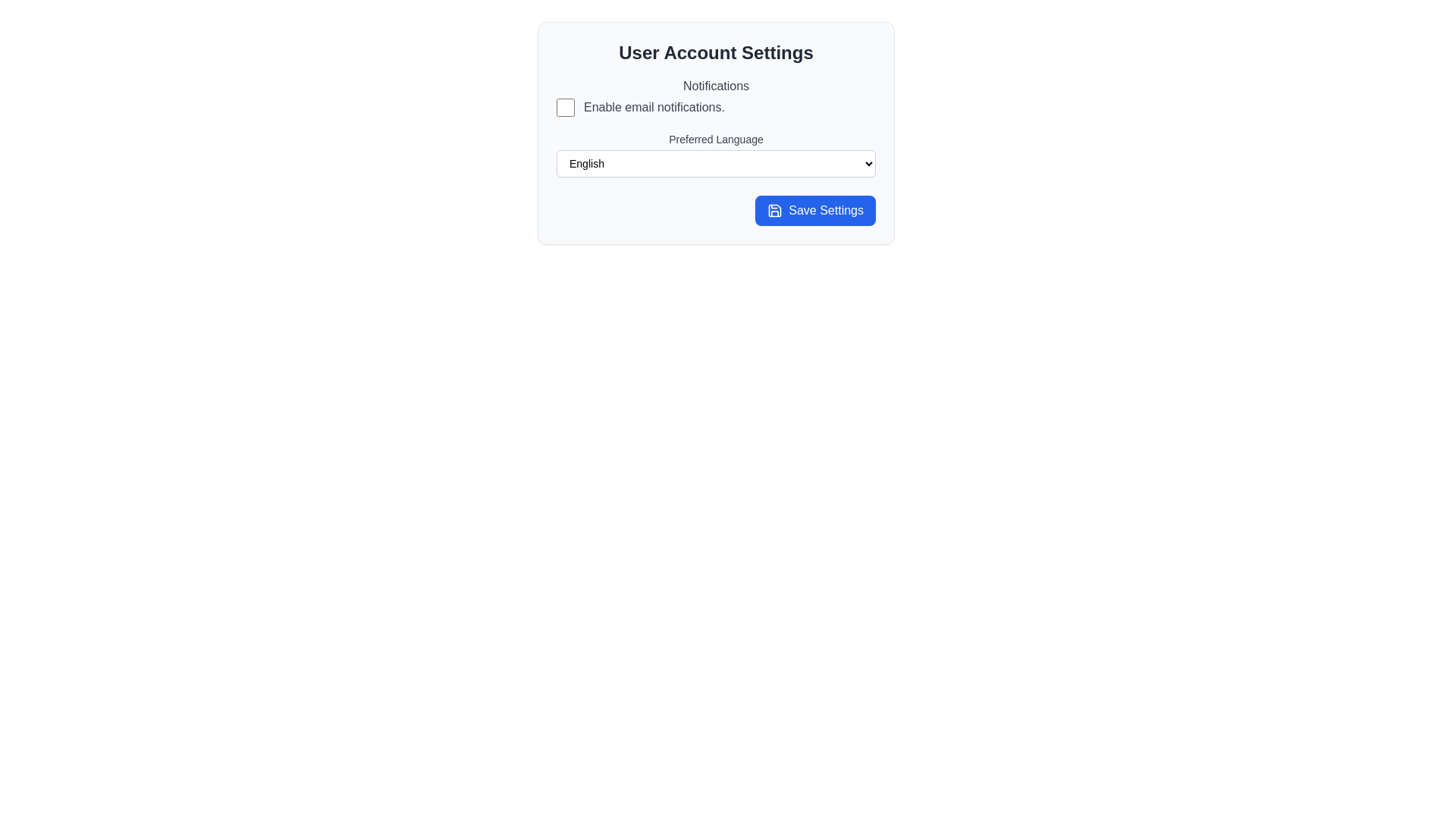 The image size is (1456, 819). What do you see at coordinates (715, 140) in the screenshot?
I see `the descriptive text label in the 'User Account Settings' section, which is positioned directly above the language dropdown menu` at bounding box center [715, 140].